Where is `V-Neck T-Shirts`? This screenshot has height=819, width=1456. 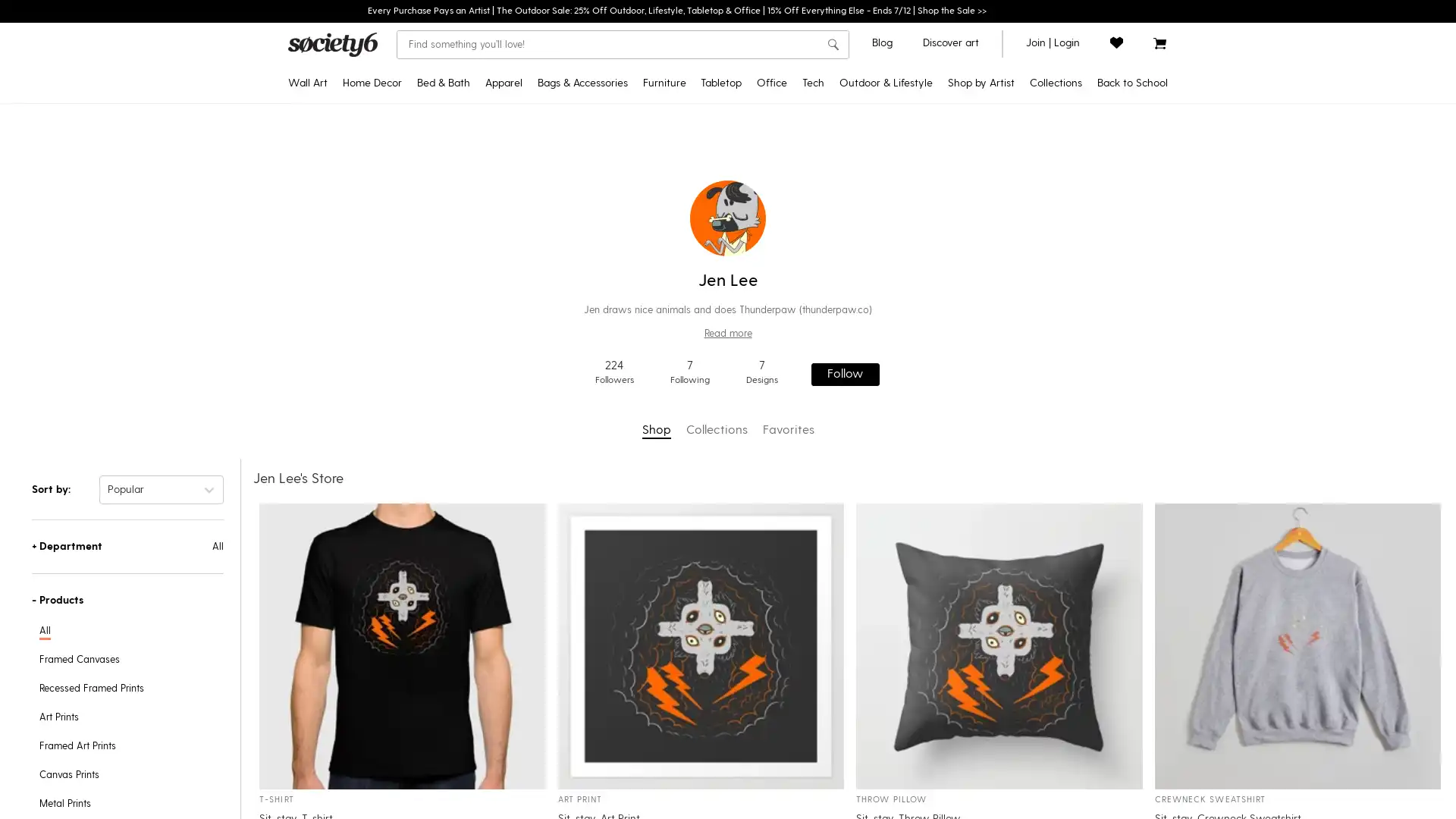 V-Neck T-Shirts is located at coordinates (551, 243).